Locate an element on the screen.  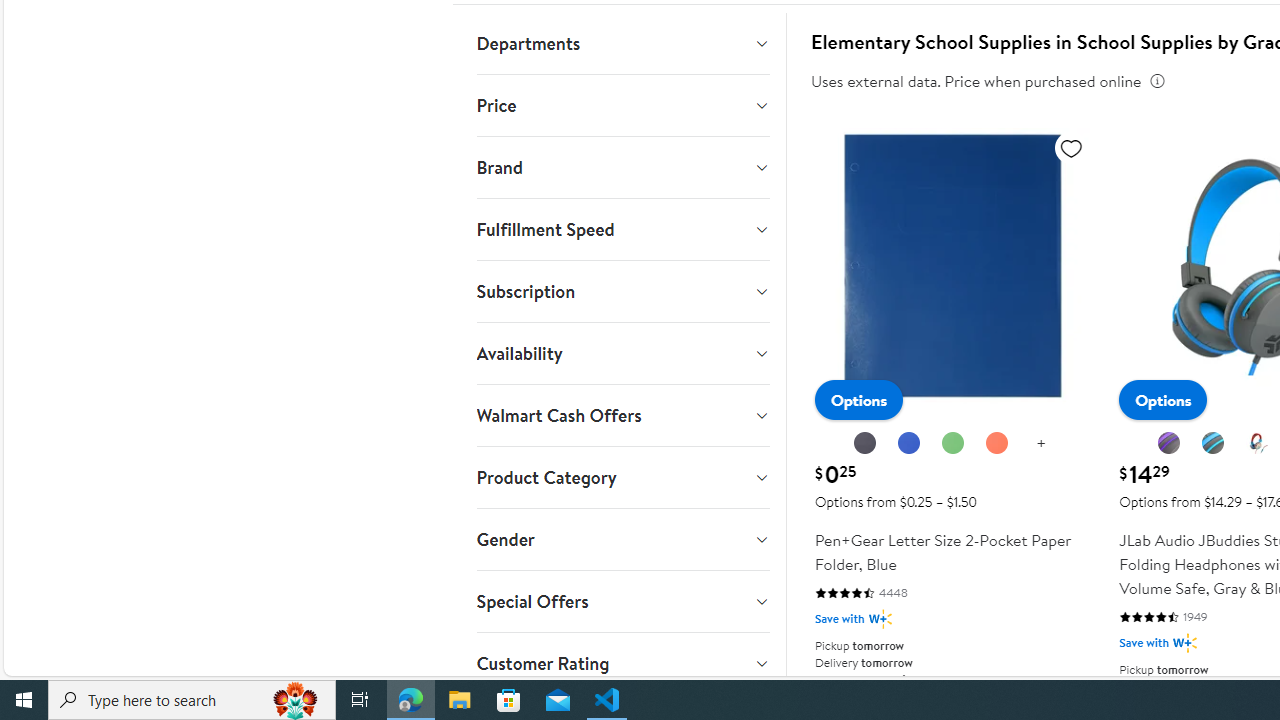
'Blue' is located at coordinates (908, 443).